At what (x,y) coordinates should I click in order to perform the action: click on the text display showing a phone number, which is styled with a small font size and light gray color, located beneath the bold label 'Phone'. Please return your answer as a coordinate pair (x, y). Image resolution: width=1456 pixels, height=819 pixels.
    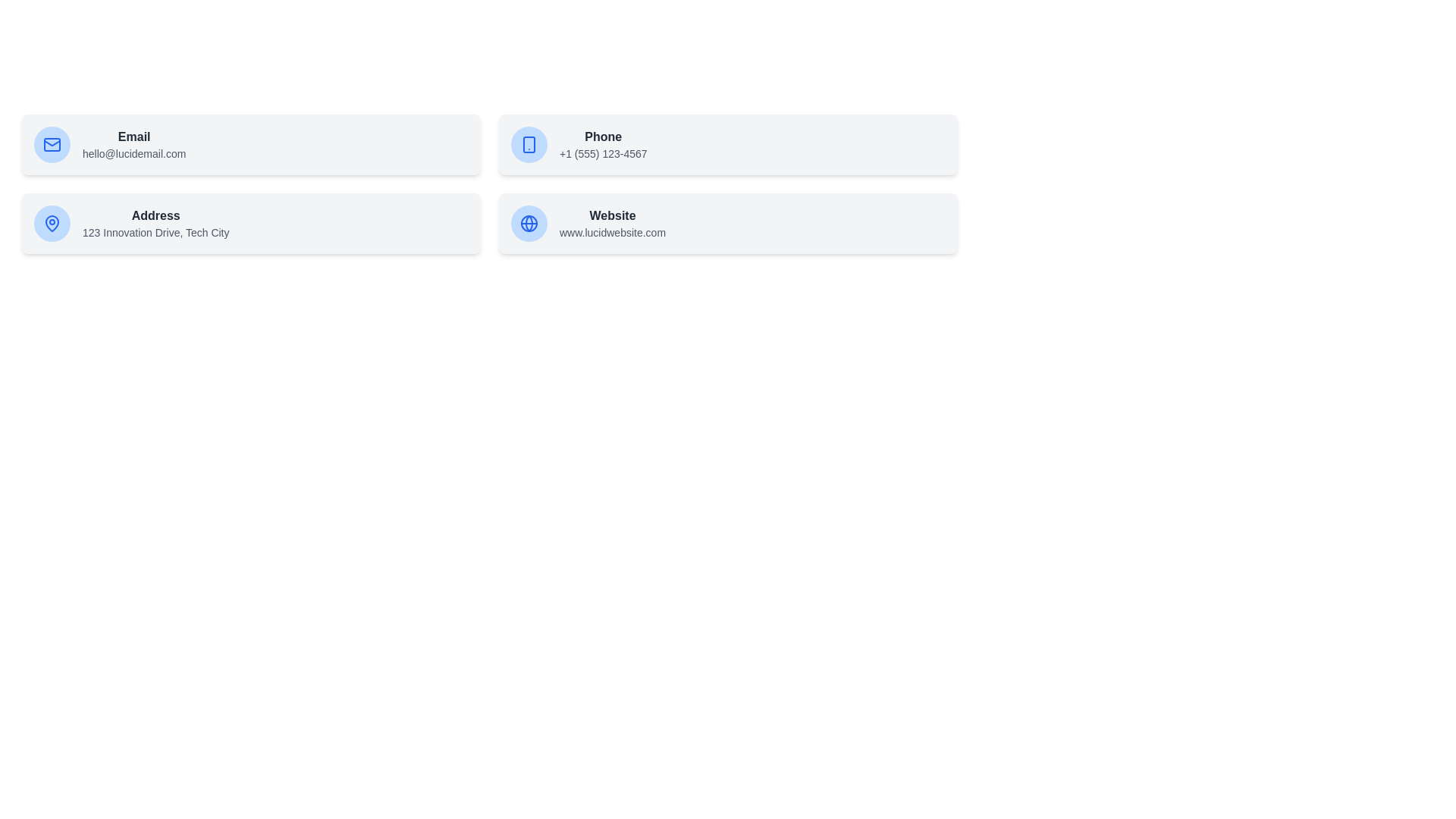
    Looking at the image, I should click on (602, 154).